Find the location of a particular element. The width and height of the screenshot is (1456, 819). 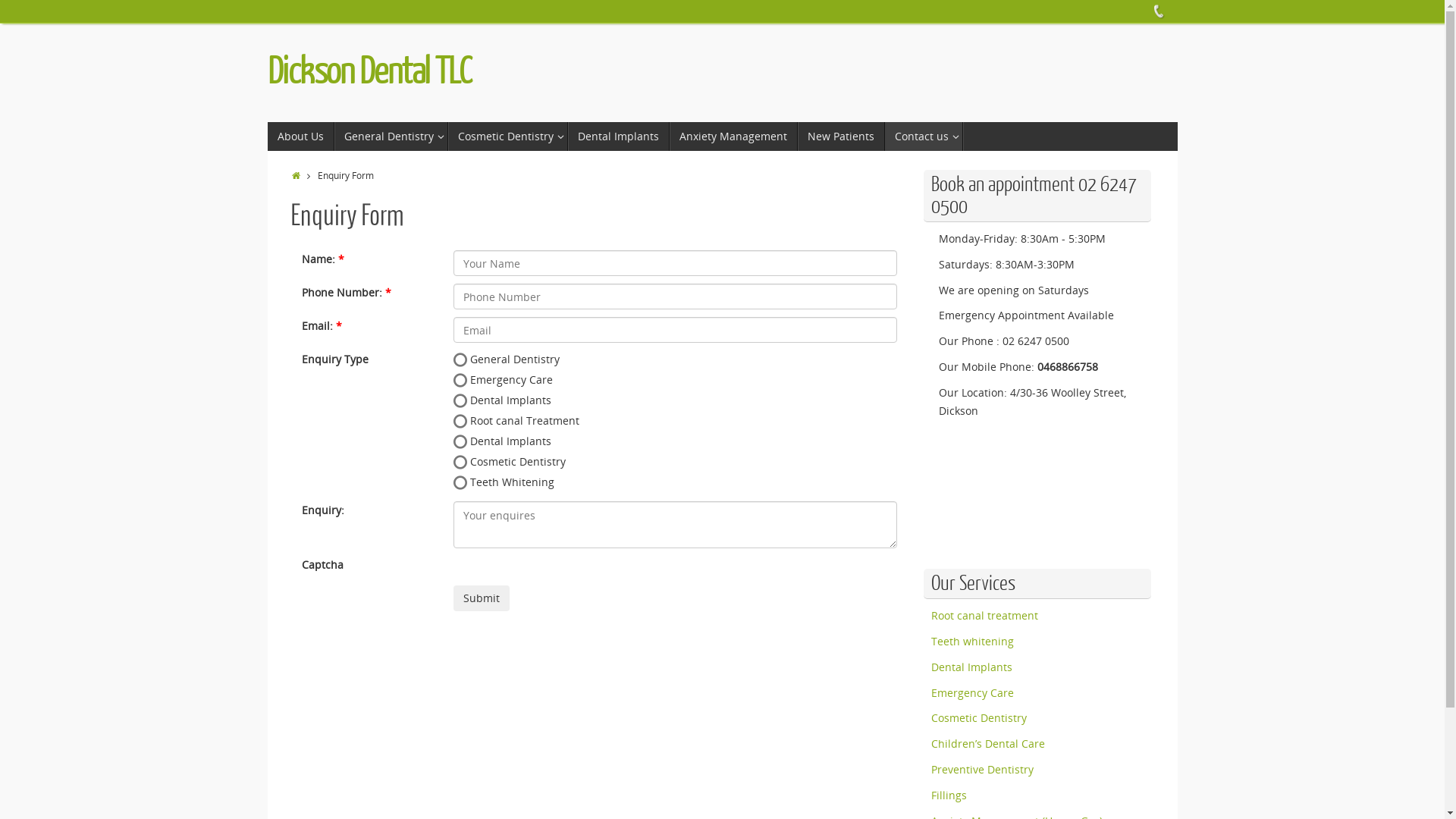

'New Patients' is located at coordinates (796, 136).